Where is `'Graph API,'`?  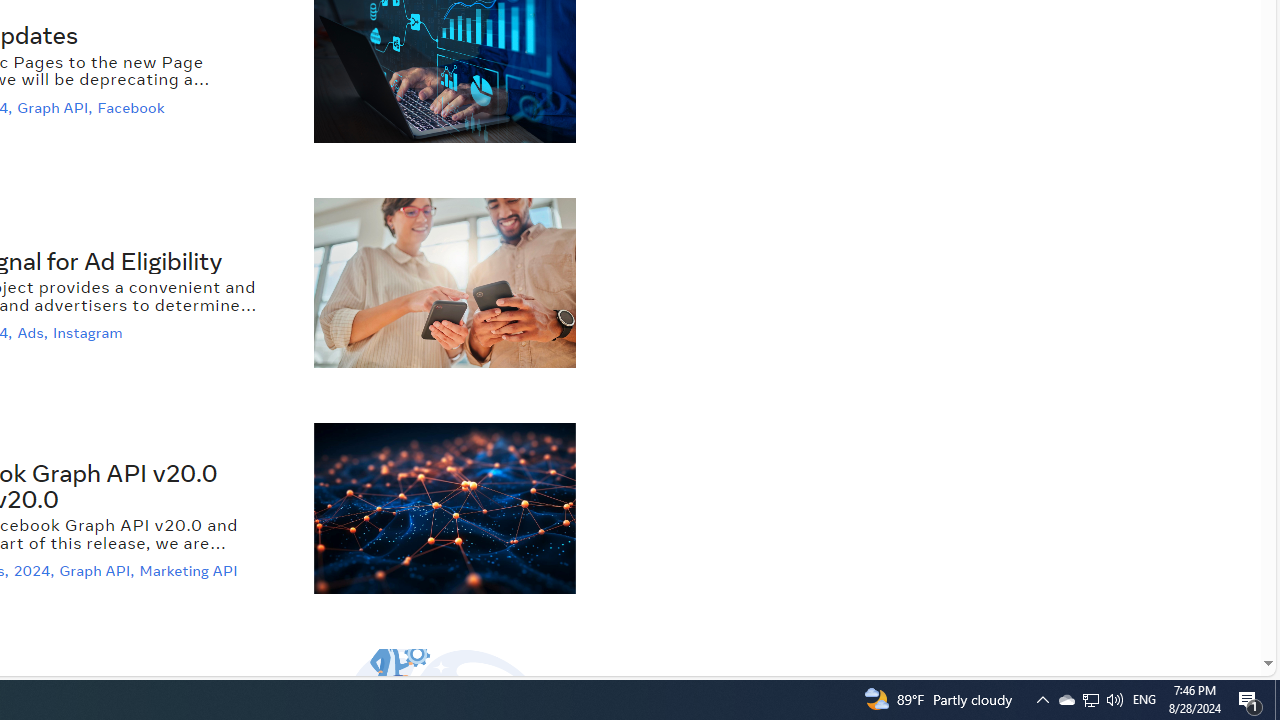
'Graph API,' is located at coordinates (98, 571).